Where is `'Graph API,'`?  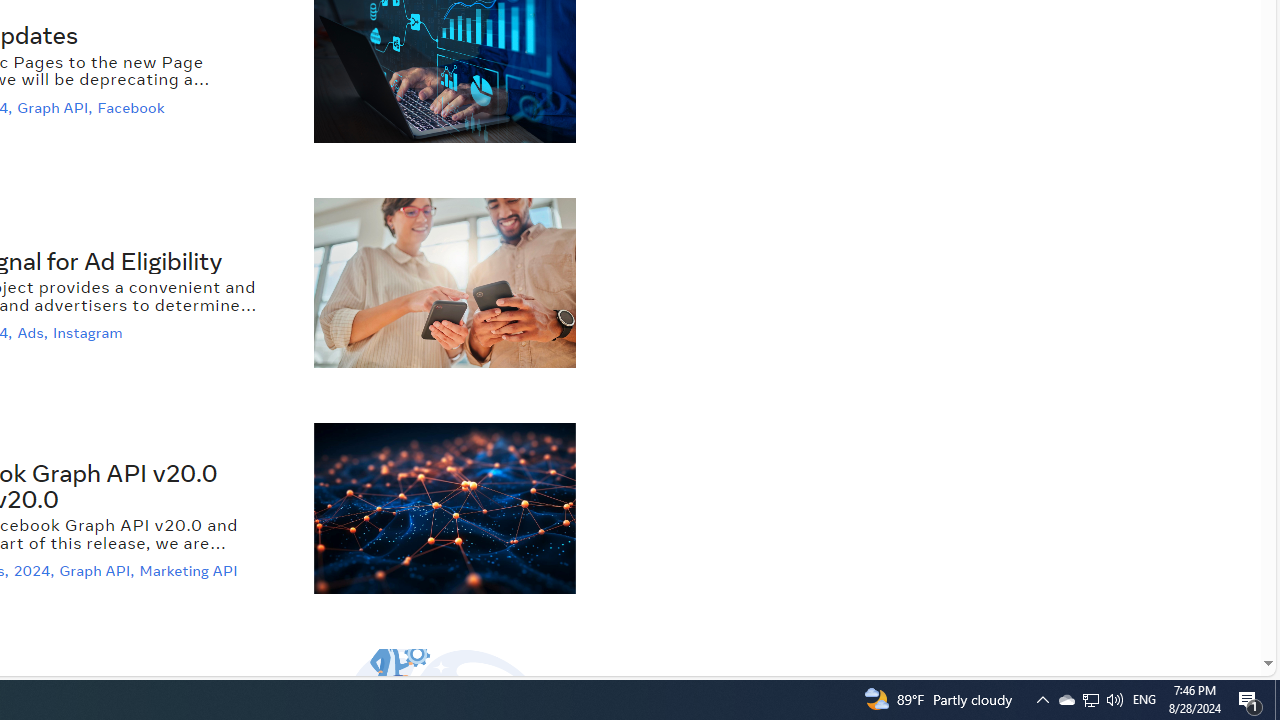
'Graph API,' is located at coordinates (98, 571).